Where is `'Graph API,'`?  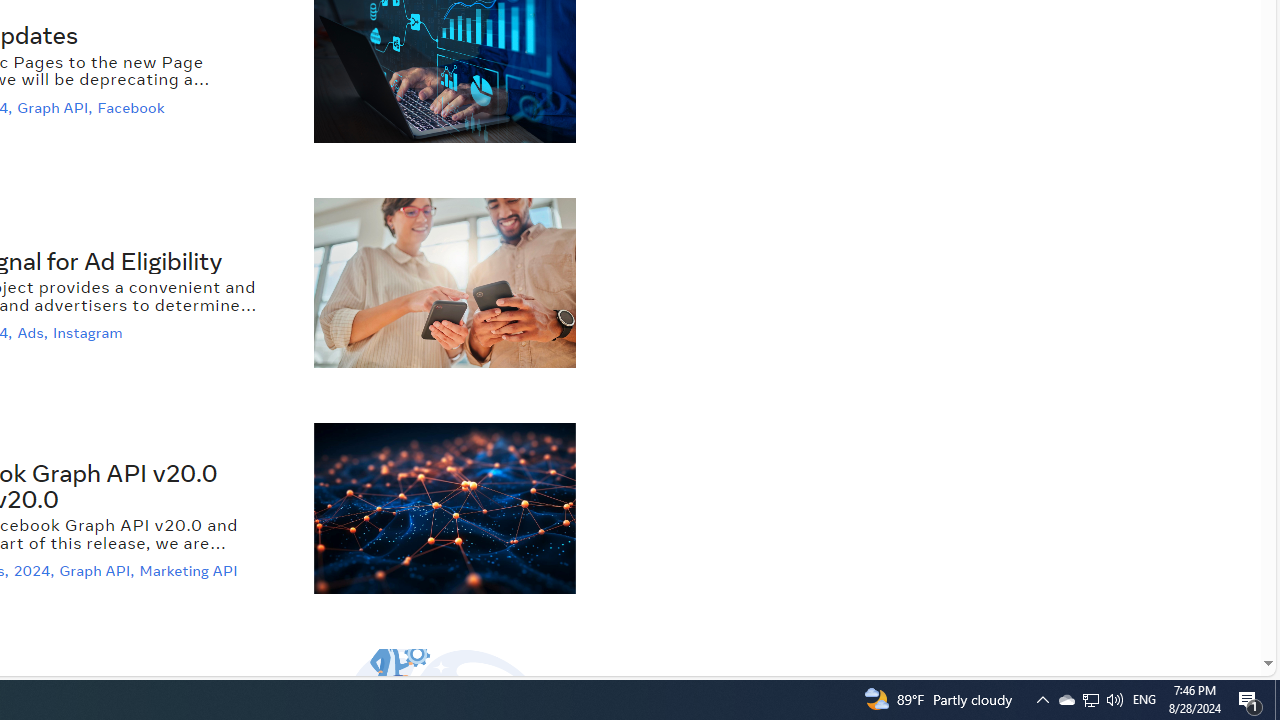
'Graph API,' is located at coordinates (98, 571).